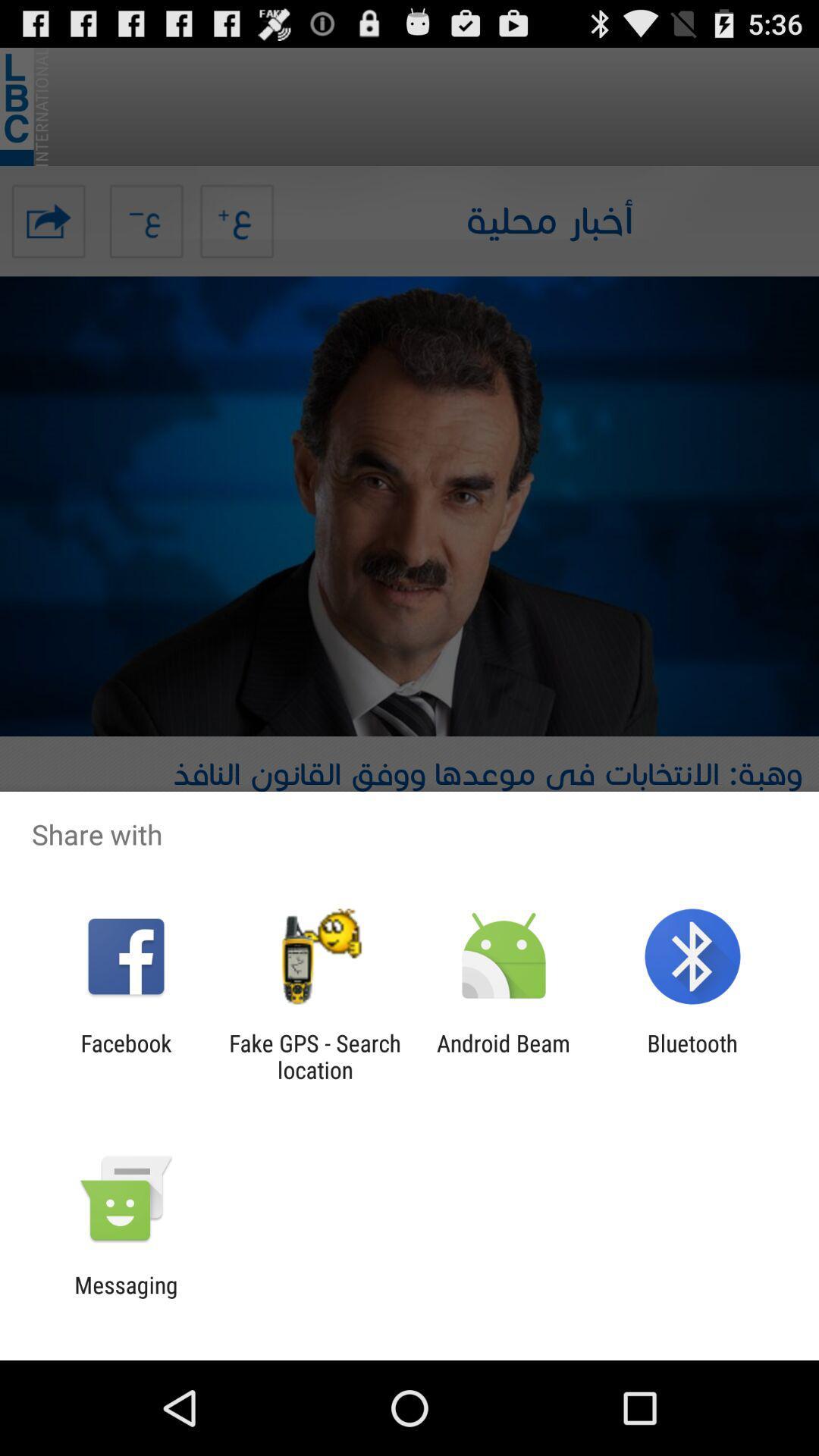  Describe the element at coordinates (692, 1056) in the screenshot. I see `item to the right of the android beam icon` at that location.